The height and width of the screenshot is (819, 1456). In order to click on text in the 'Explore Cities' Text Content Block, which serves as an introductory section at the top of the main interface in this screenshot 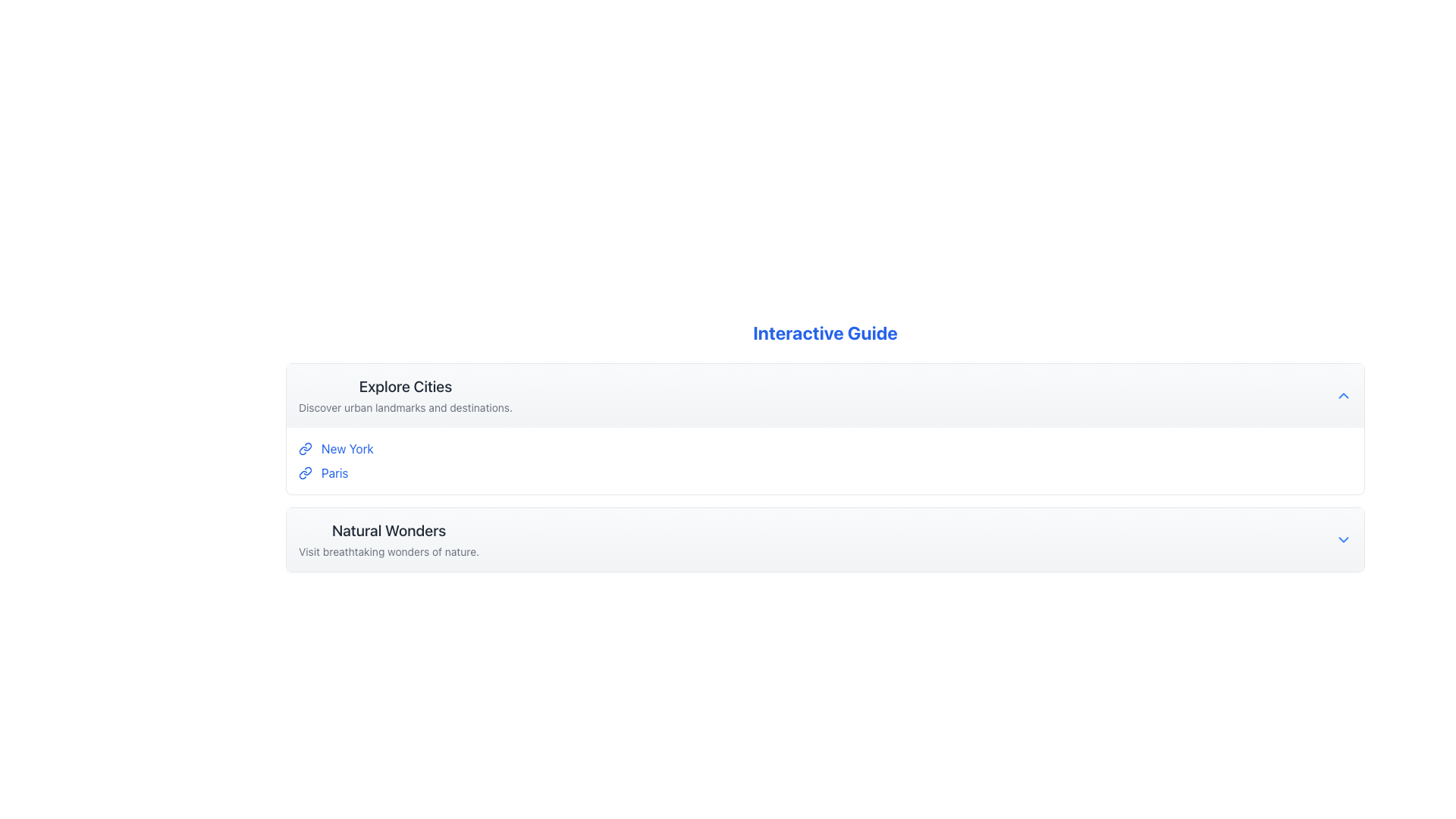, I will do `click(406, 394)`.